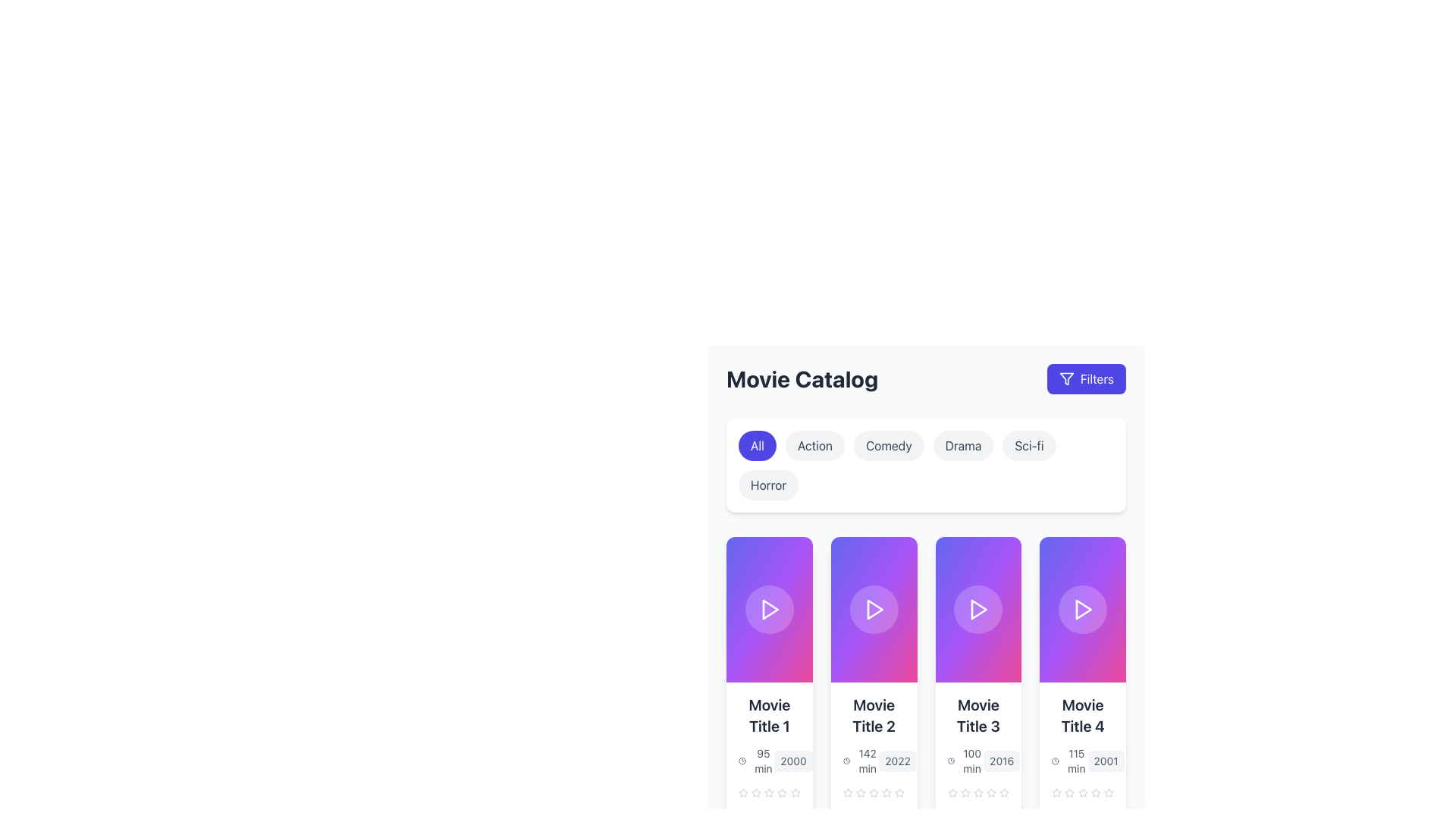  Describe the element at coordinates (874, 792) in the screenshot. I see `the fourth star` at that location.